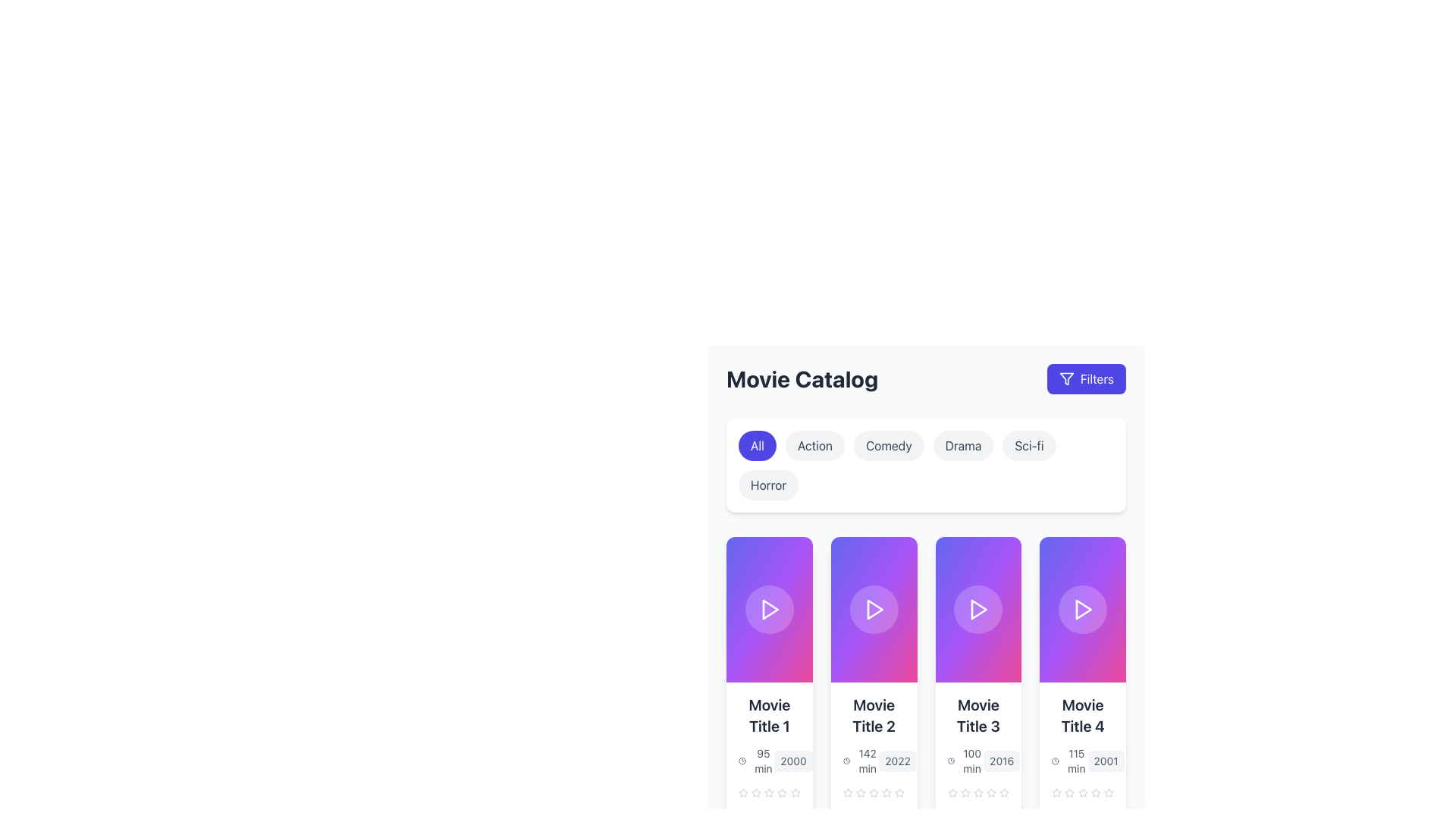  Describe the element at coordinates (874, 792) in the screenshot. I see `the fourth star` at that location.